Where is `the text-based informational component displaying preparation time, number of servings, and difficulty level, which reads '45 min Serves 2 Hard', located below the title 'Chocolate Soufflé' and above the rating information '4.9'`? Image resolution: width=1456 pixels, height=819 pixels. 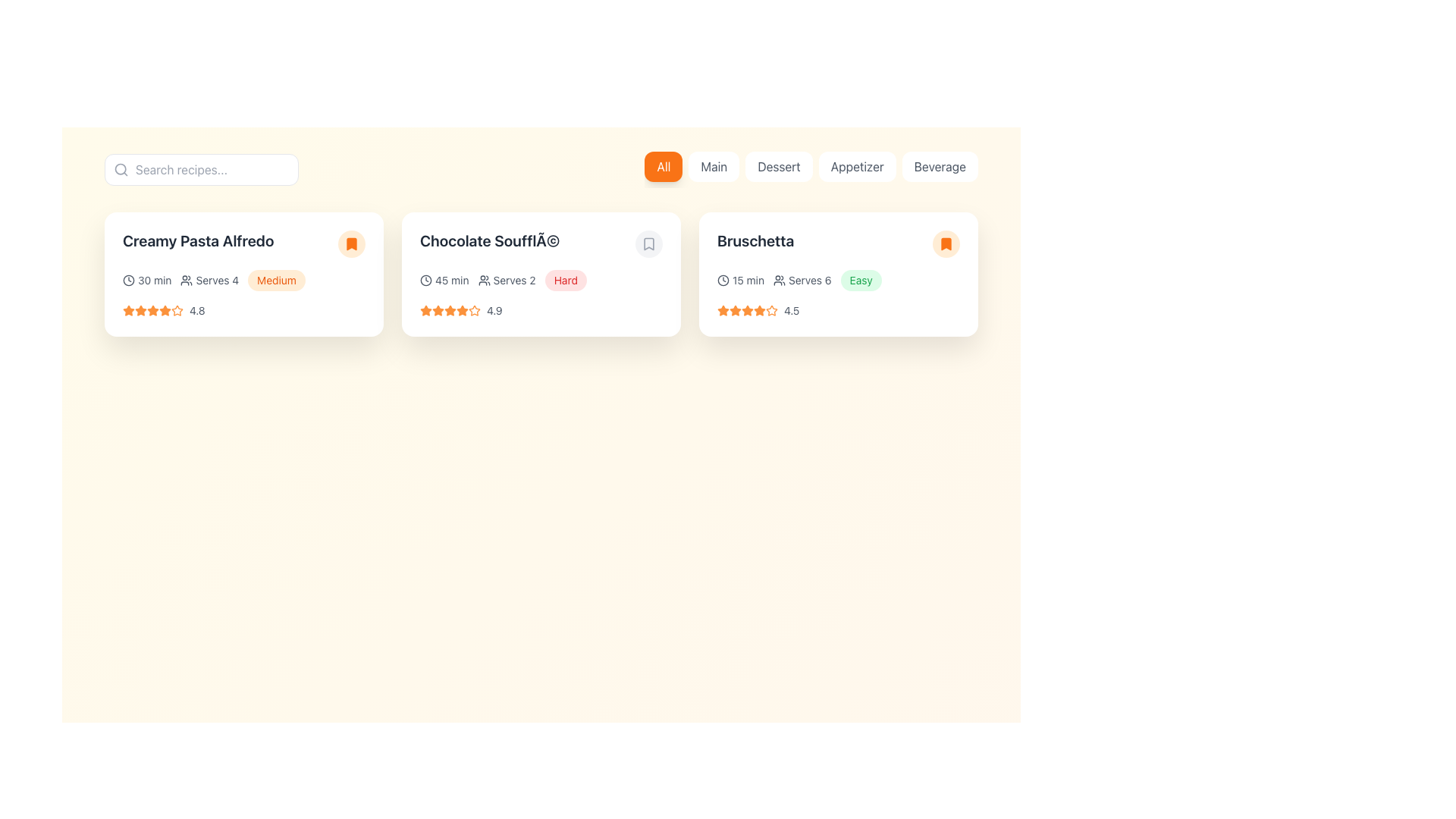
the text-based informational component displaying preparation time, number of servings, and difficulty level, which reads '45 min Serves 2 Hard', located below the title 'Chocolate Soufflé' and above the rating information '4.9' is located at coordinates (541, 281).